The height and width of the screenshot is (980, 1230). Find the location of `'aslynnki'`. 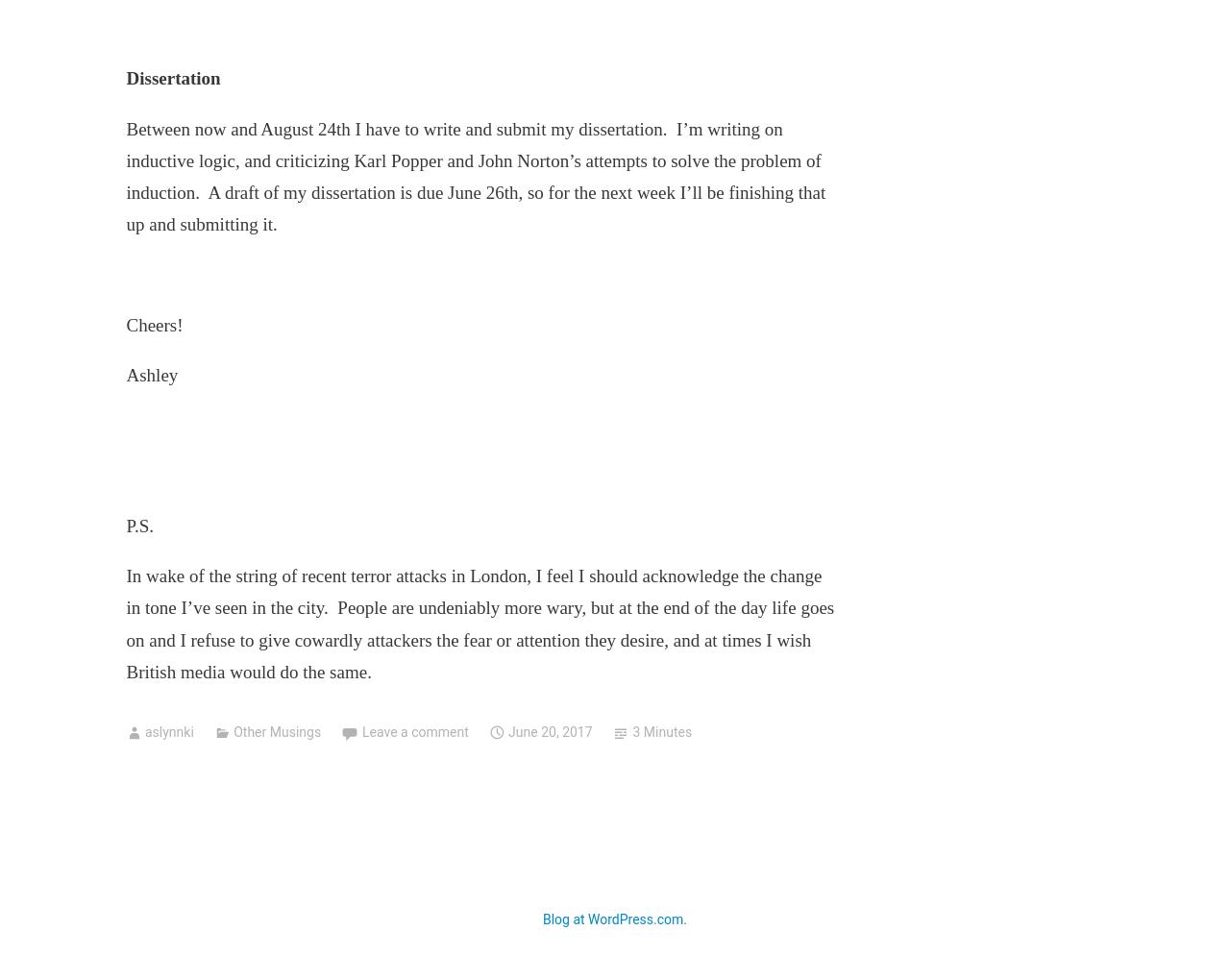

'aslynnki' is located at coordinates (168, 732).